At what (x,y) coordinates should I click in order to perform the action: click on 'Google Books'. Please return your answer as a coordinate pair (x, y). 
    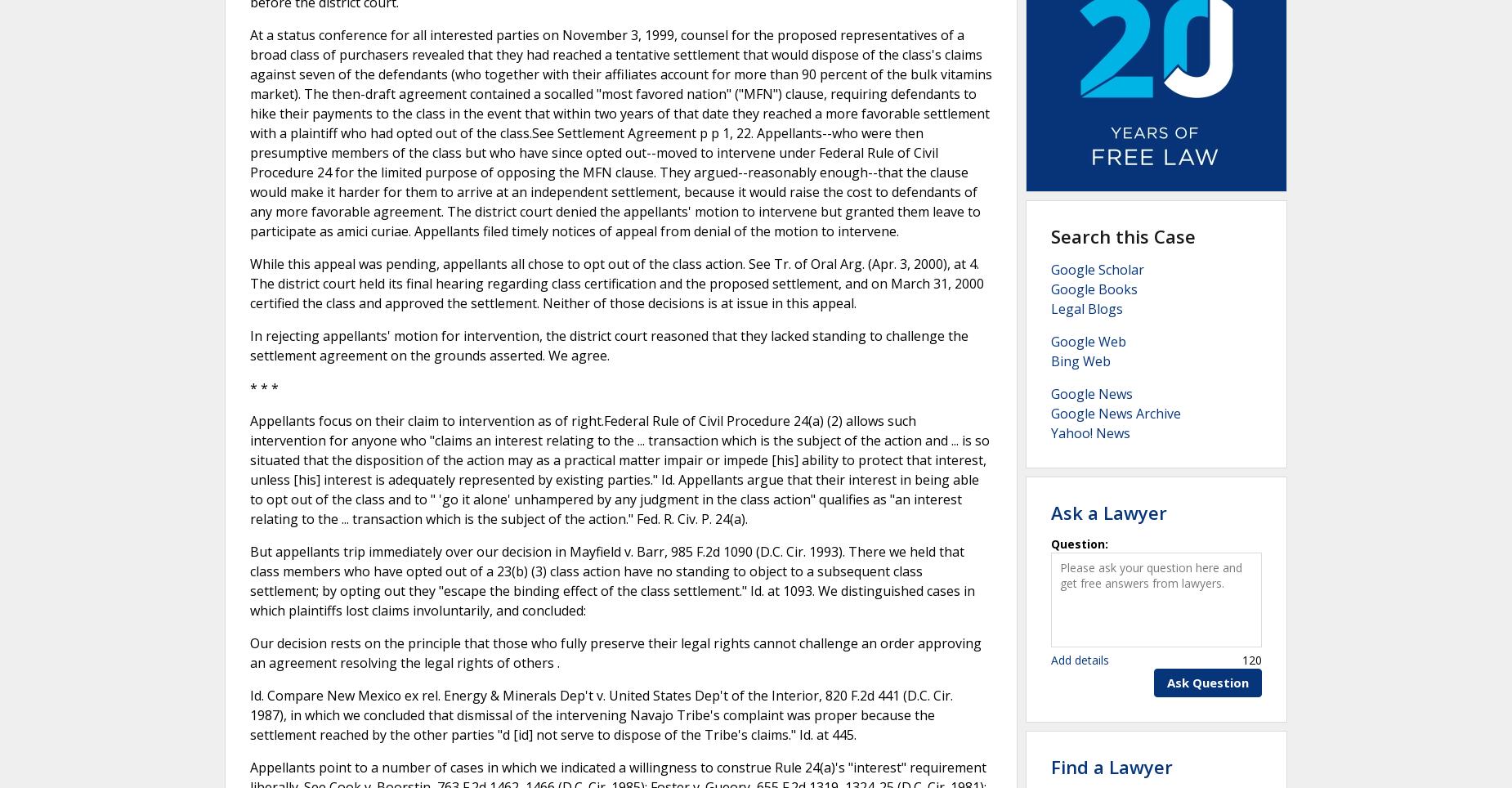
    Looking at the image, I should click on (1094, 288).